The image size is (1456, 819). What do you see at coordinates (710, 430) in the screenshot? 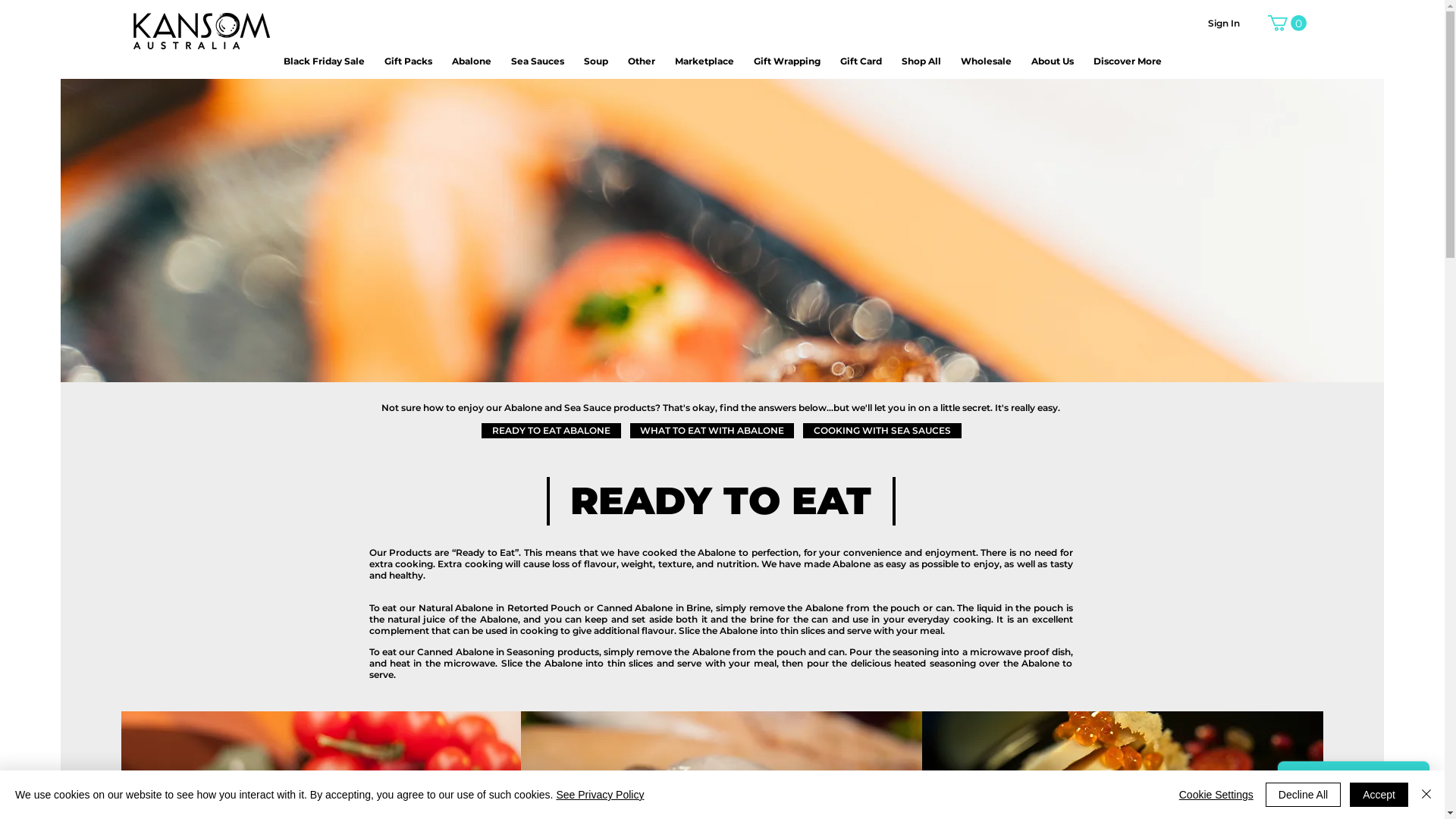
I see `'WHAT TO EAT WITH ABALONE'` at bounding box center [710, 430].